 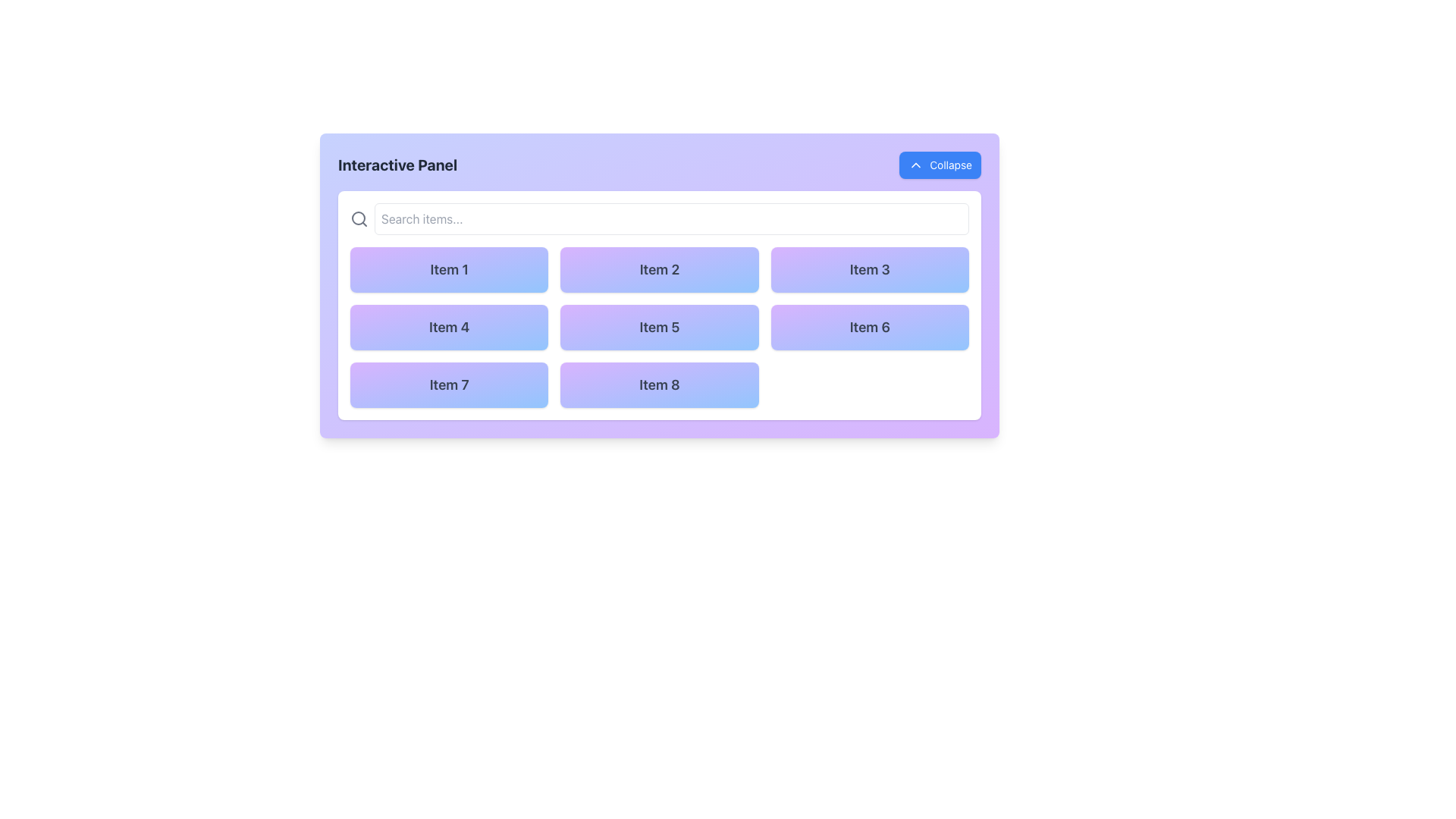 I want to click on the text label identifying the card as 'Item 7', which is centrally positioned in the seventh card of the layout, located in the third row and first column of the panel, so click(x=448, y=384).